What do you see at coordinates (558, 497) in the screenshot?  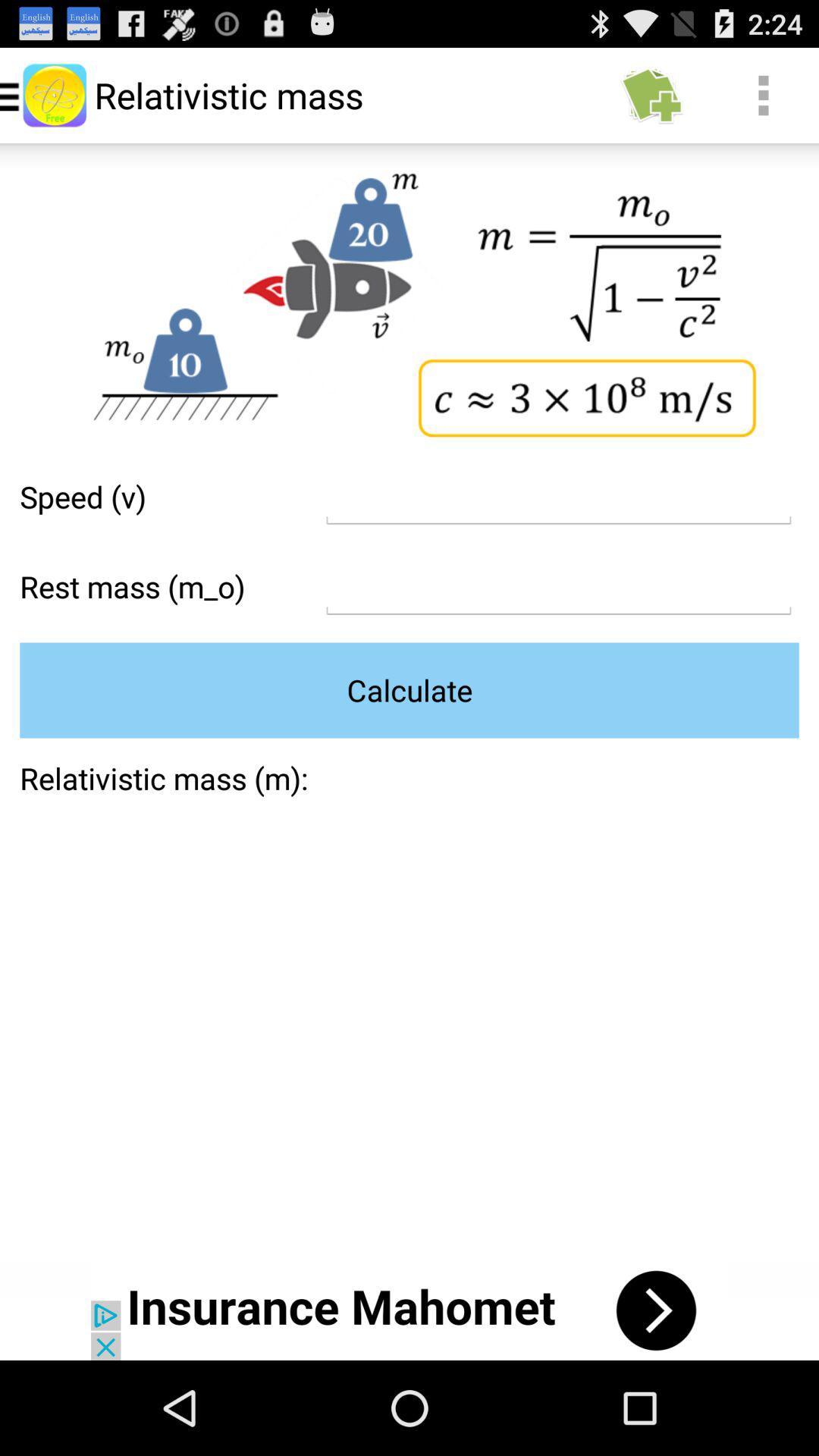 I see `formula page` at bounding box center [558, 497].